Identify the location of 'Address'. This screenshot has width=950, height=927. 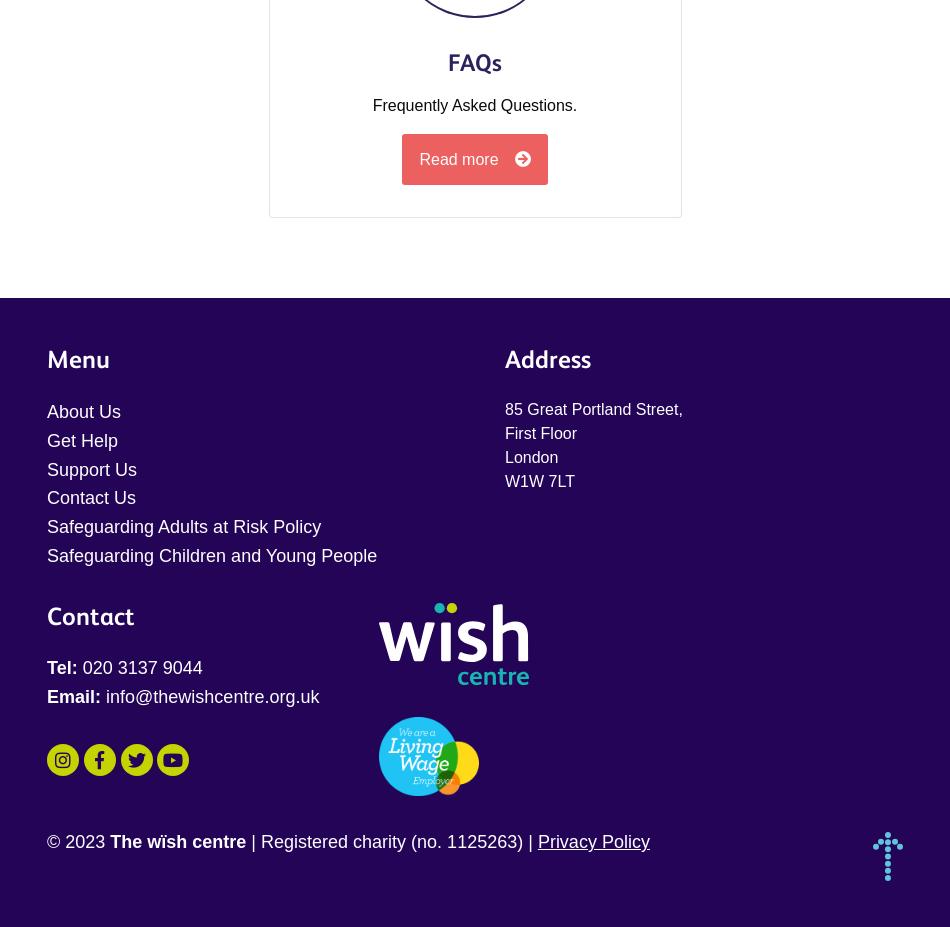
(547, 358).